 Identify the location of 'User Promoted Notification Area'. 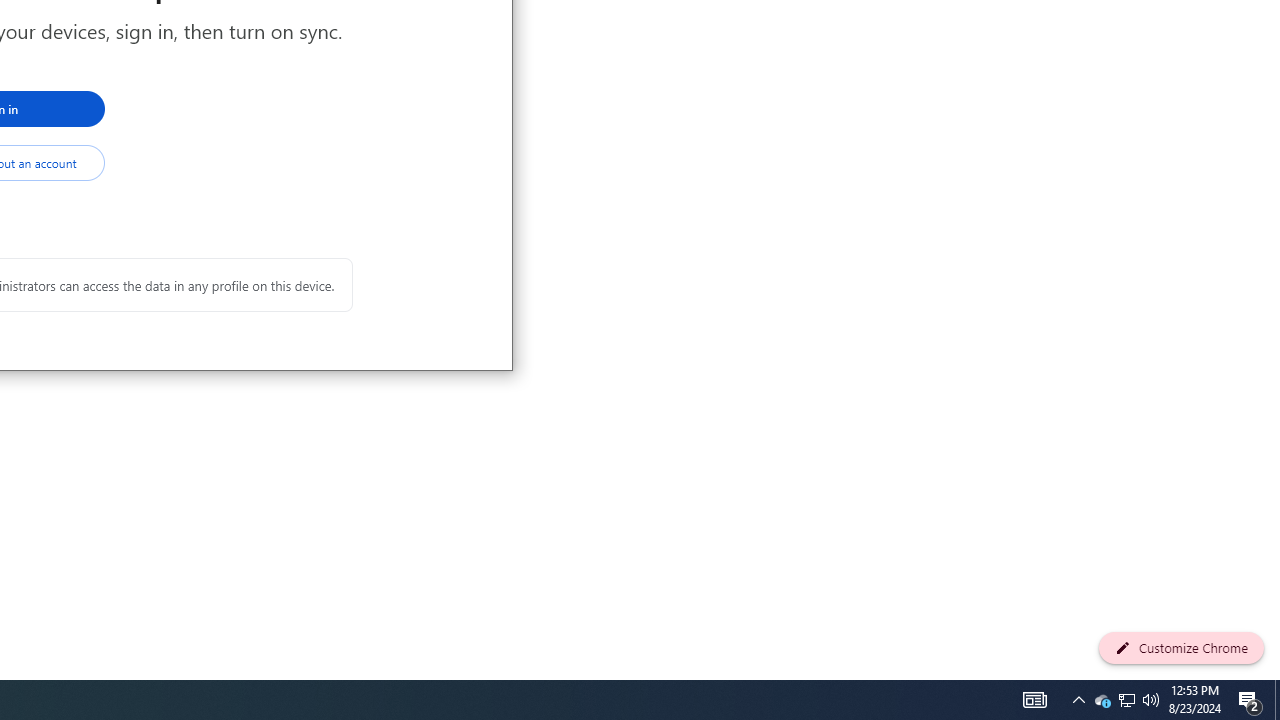
(1101, 698).